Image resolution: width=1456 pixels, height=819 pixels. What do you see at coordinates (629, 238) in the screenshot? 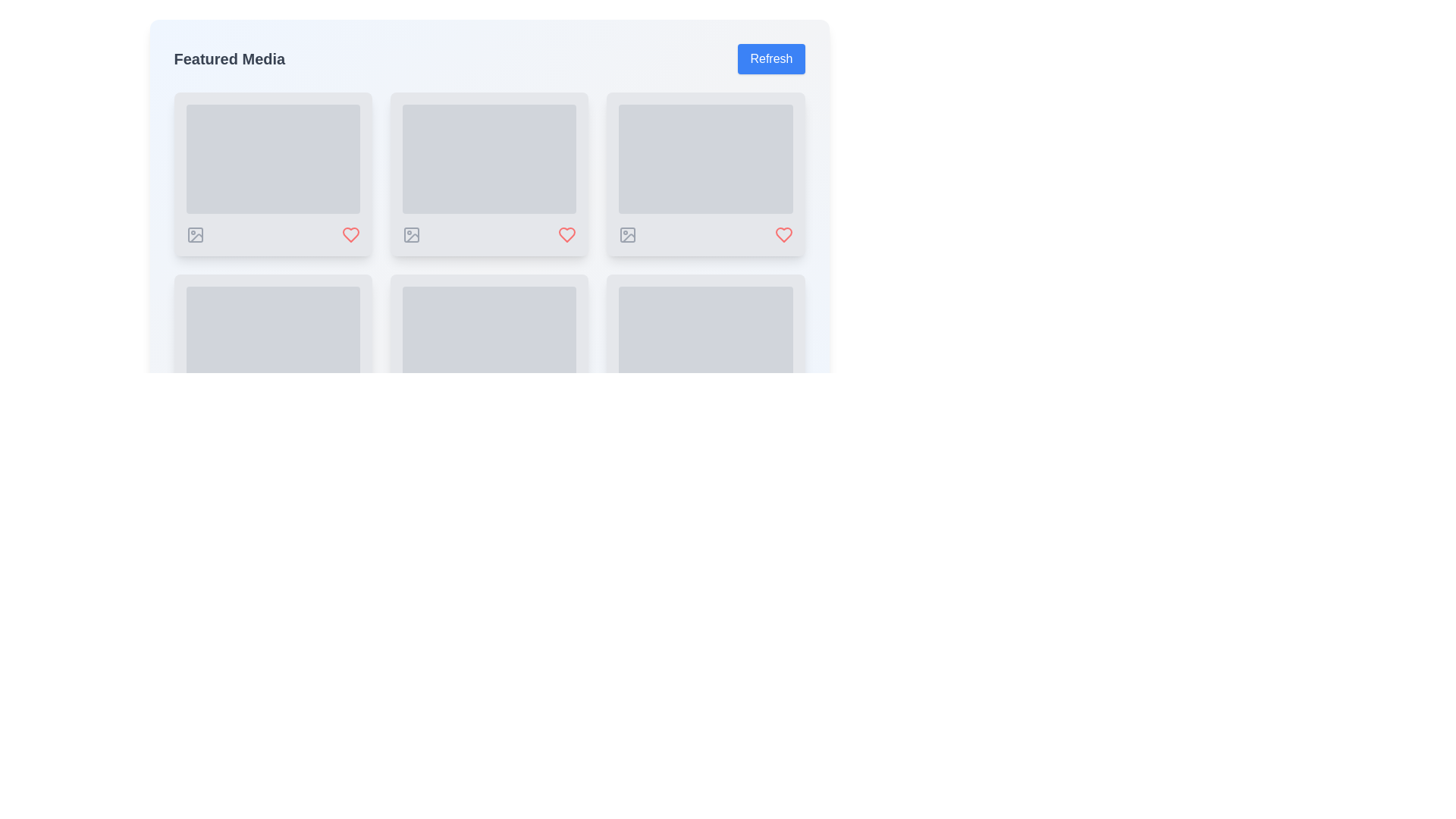
I see `the gray vector graphic icon representing imagery or photography located at the bottom-right corner of its card` at bounding box center [629, 238].